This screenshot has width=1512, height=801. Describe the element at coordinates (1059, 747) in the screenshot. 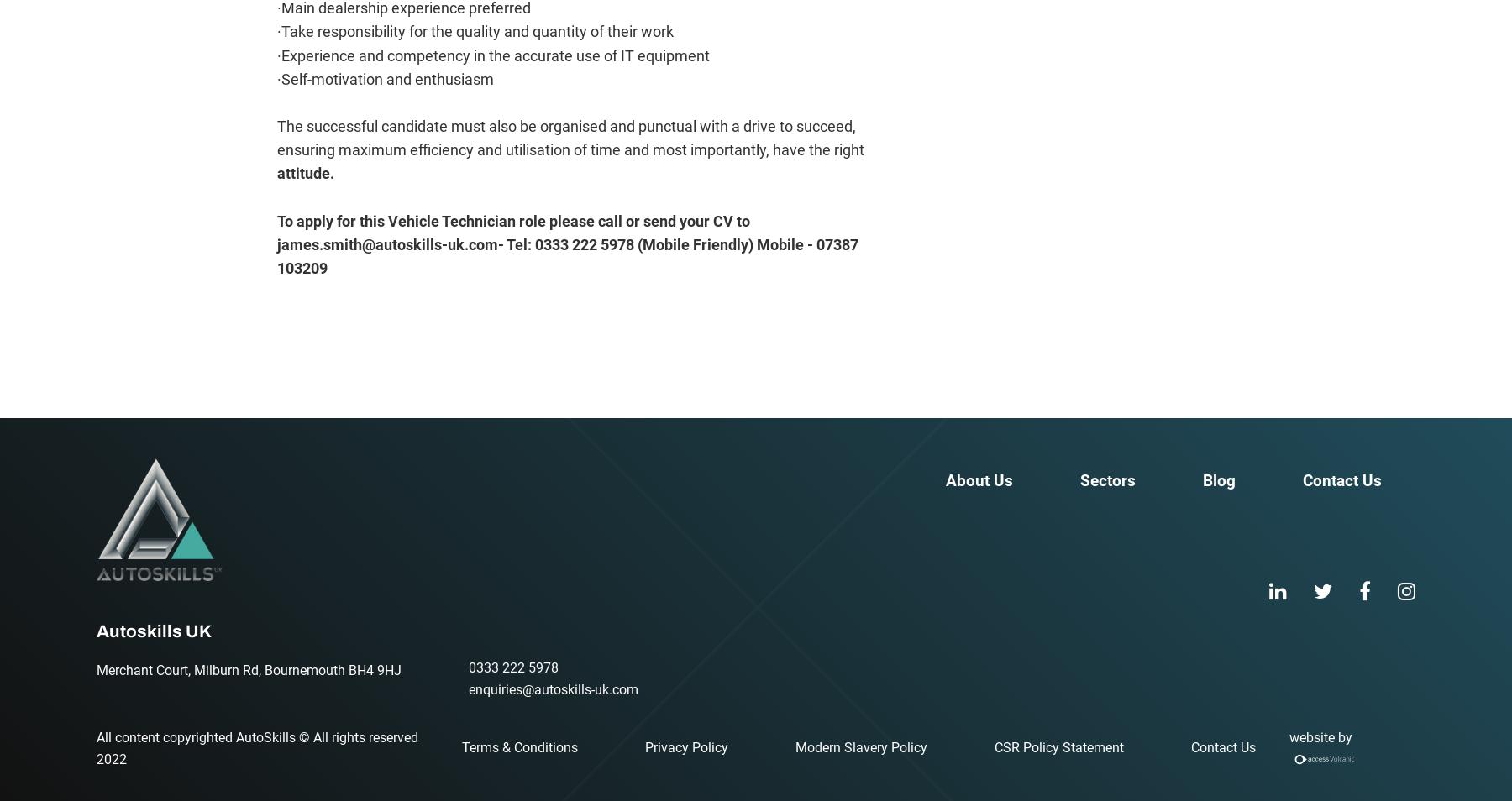

I see `'CSR Policy Statement'` at that location.